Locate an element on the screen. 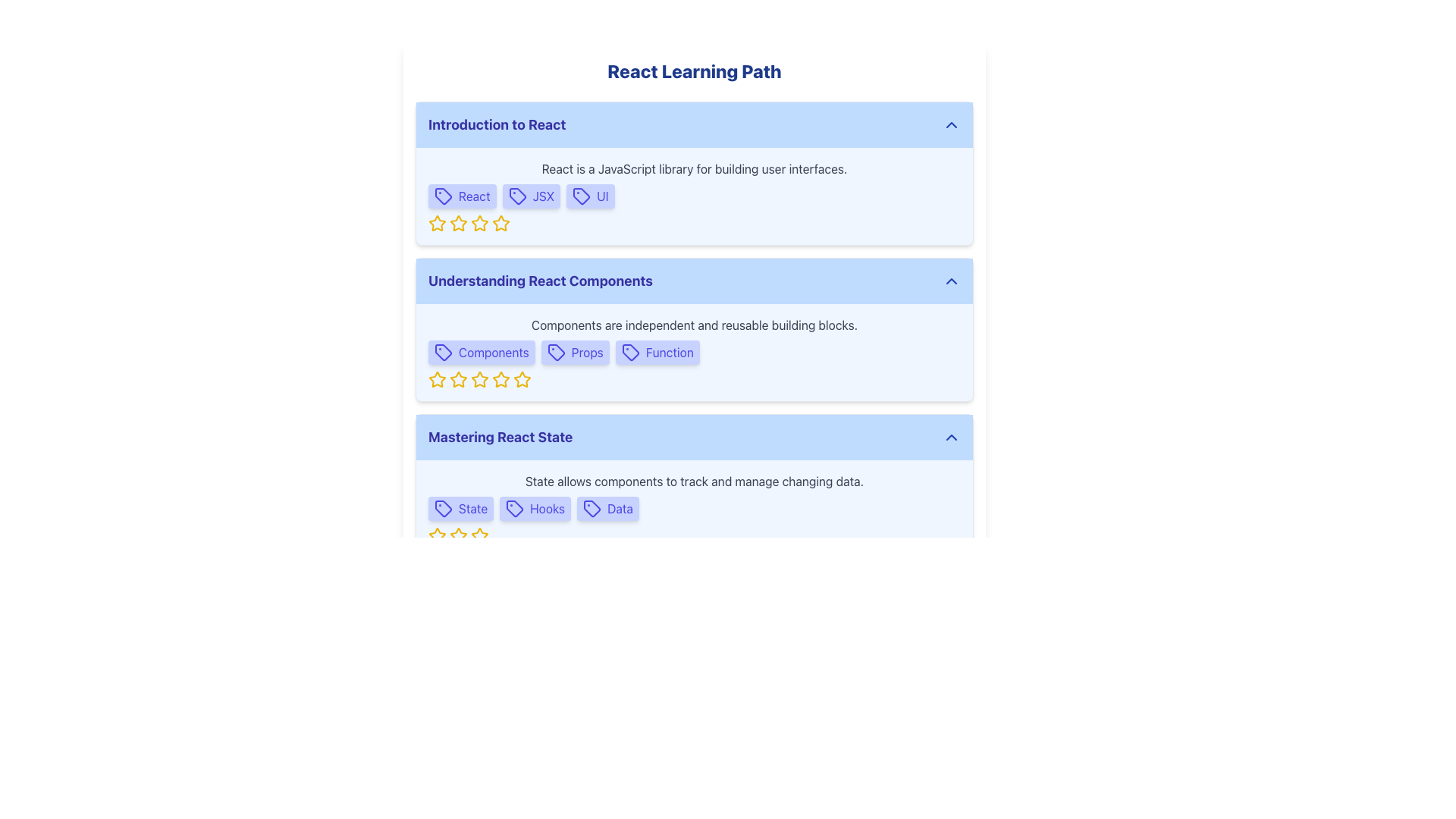  the text and icon of the 'Hooks' badge, which is the second badge in a horizontal arrangement of three badges labeled 'State', 'Hooks', and 'Data' within the 'Mastering React State' section is located at coordinates (535, 509).